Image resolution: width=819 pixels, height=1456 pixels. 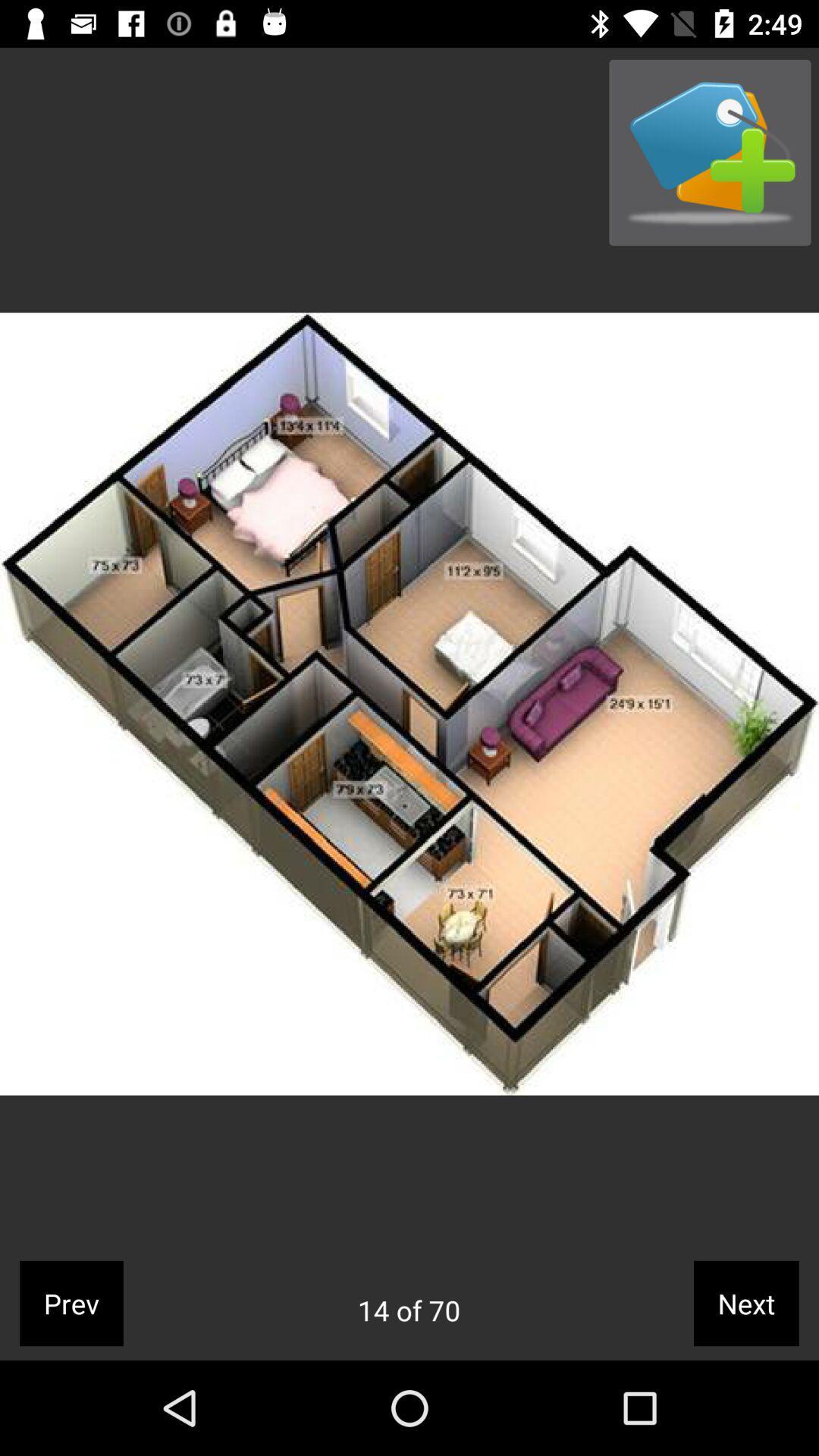 I want to click on app next to the prev app, so click(x=408, y=1310).